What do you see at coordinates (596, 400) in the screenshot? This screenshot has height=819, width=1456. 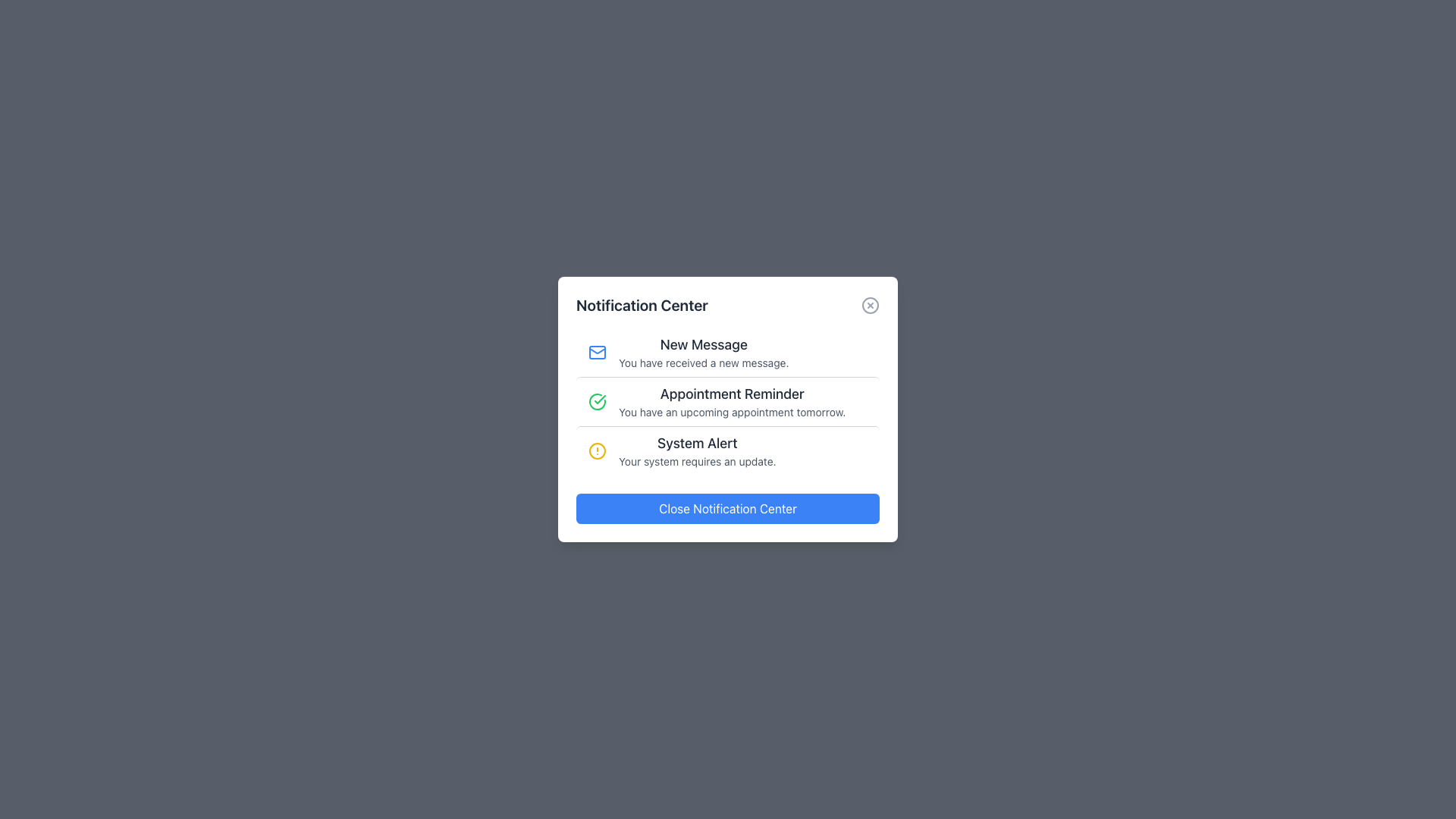 I see `the circular green-stroked icon with a checkmark located beside the 'Appointment Reminder' title in the notification panel` at bounding box center [596, 400].